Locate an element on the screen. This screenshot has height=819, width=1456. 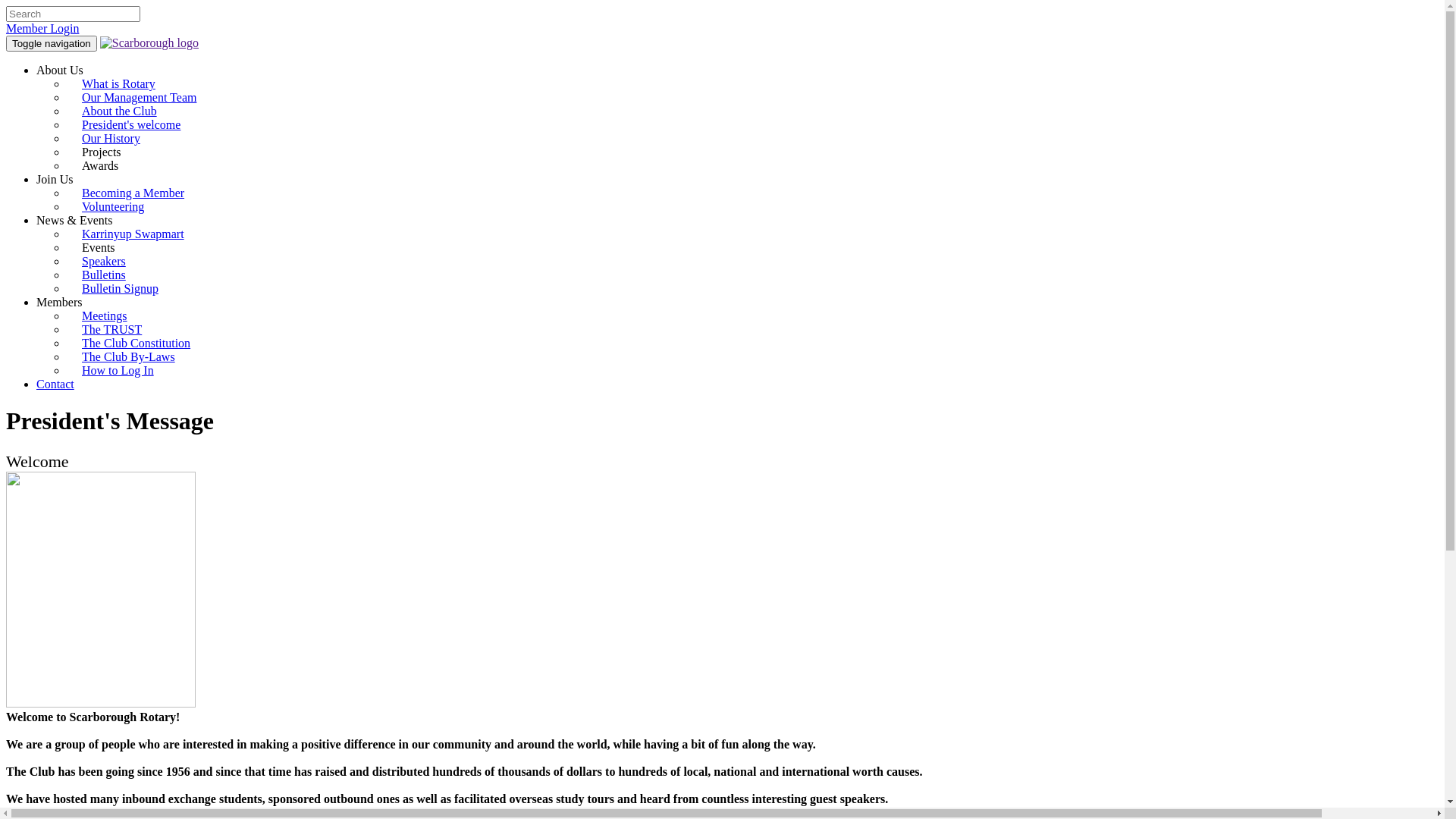
'The Club Constitution' is located at coordinates (136, 343).